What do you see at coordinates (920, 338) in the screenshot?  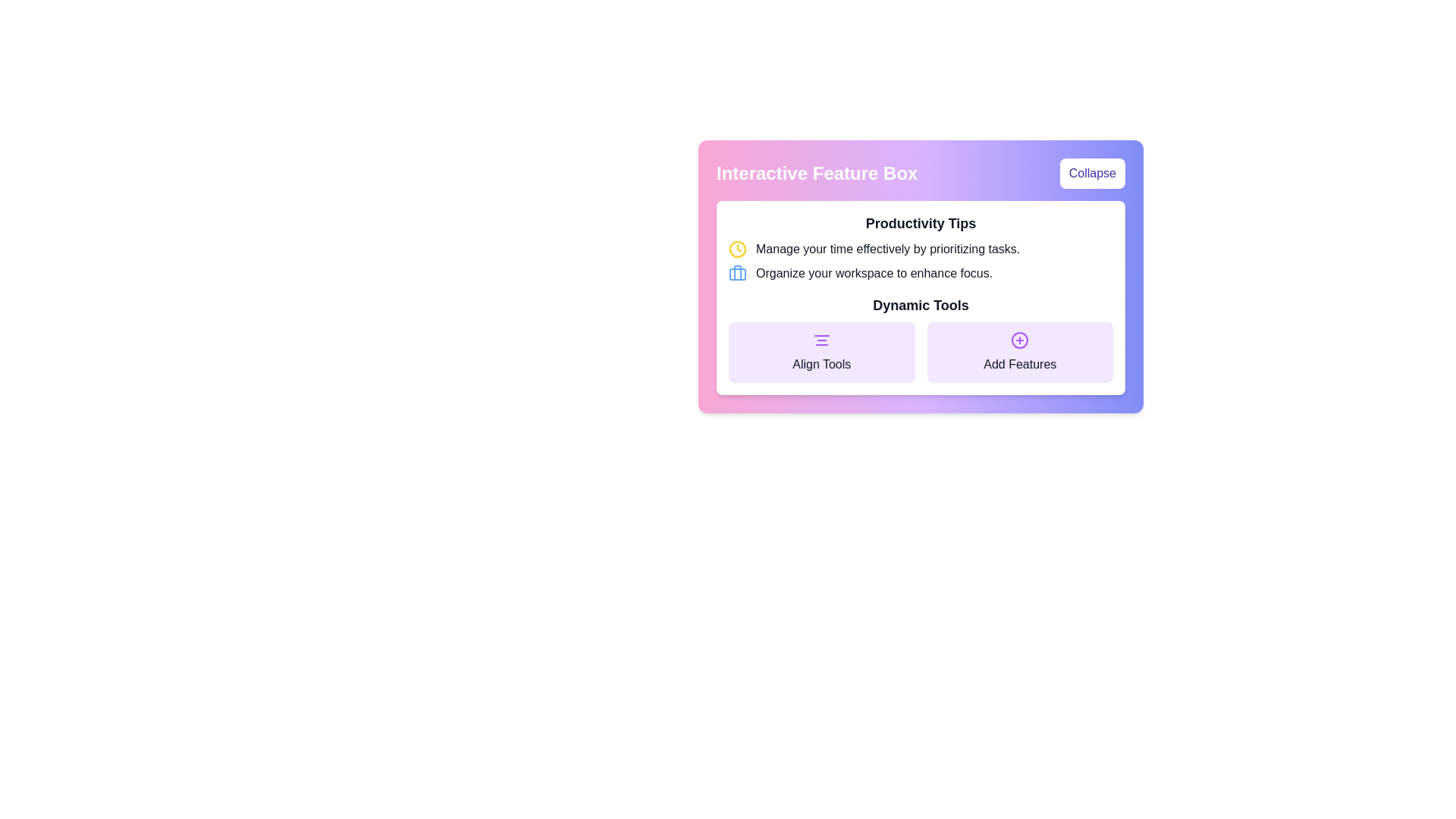 I see `the 'Align Tools' button located in the 'Dynamic Tools' section beneath 'Productivity Tips' to proceed with alignment tools` at bounding box center [920, 338].